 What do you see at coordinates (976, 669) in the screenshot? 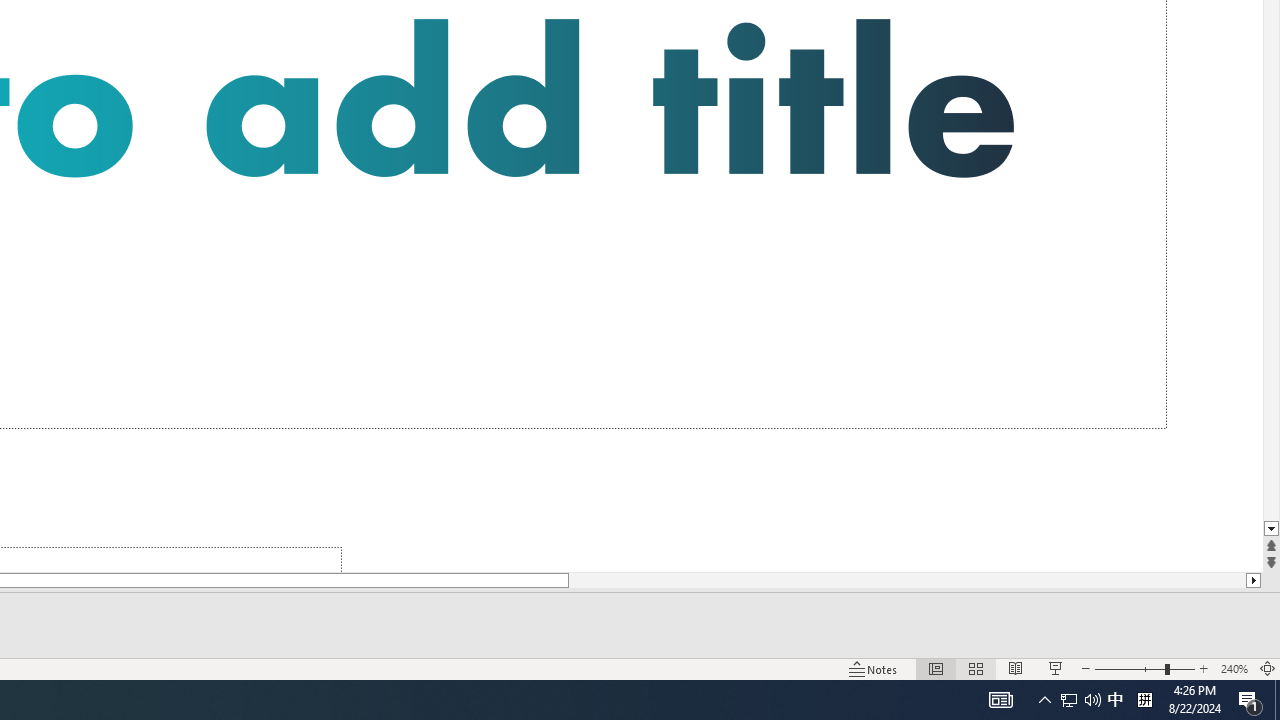
I see `'Slide Sorter'` at bounding box center [976, 669].